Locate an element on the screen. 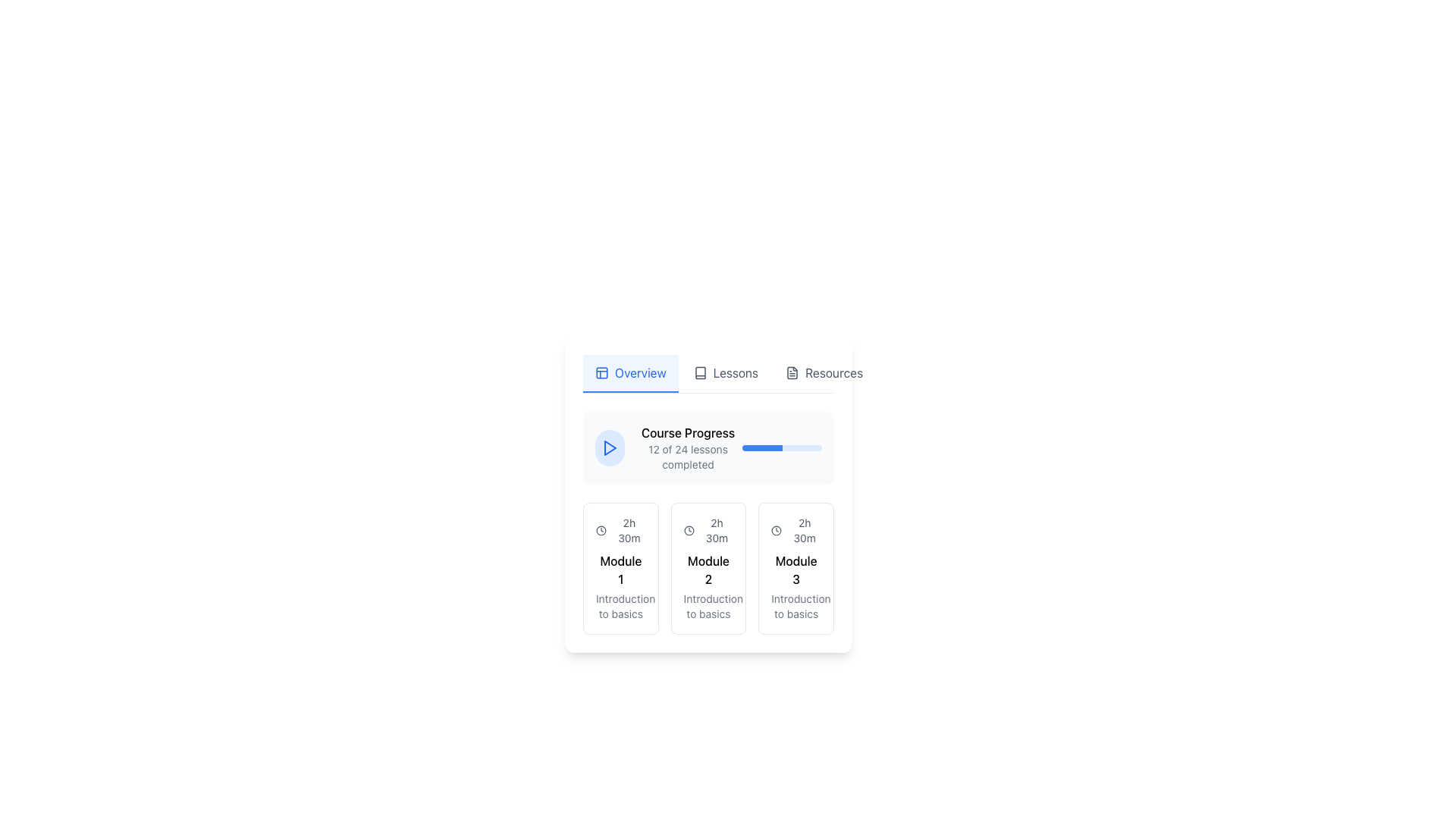 The width and height of the screenshot is (1456, 819). the play button icon located prominently to the left side of the 'Course Progress' section at the top of a vertical list in the center of the interface is located at coordinates (610, 447).